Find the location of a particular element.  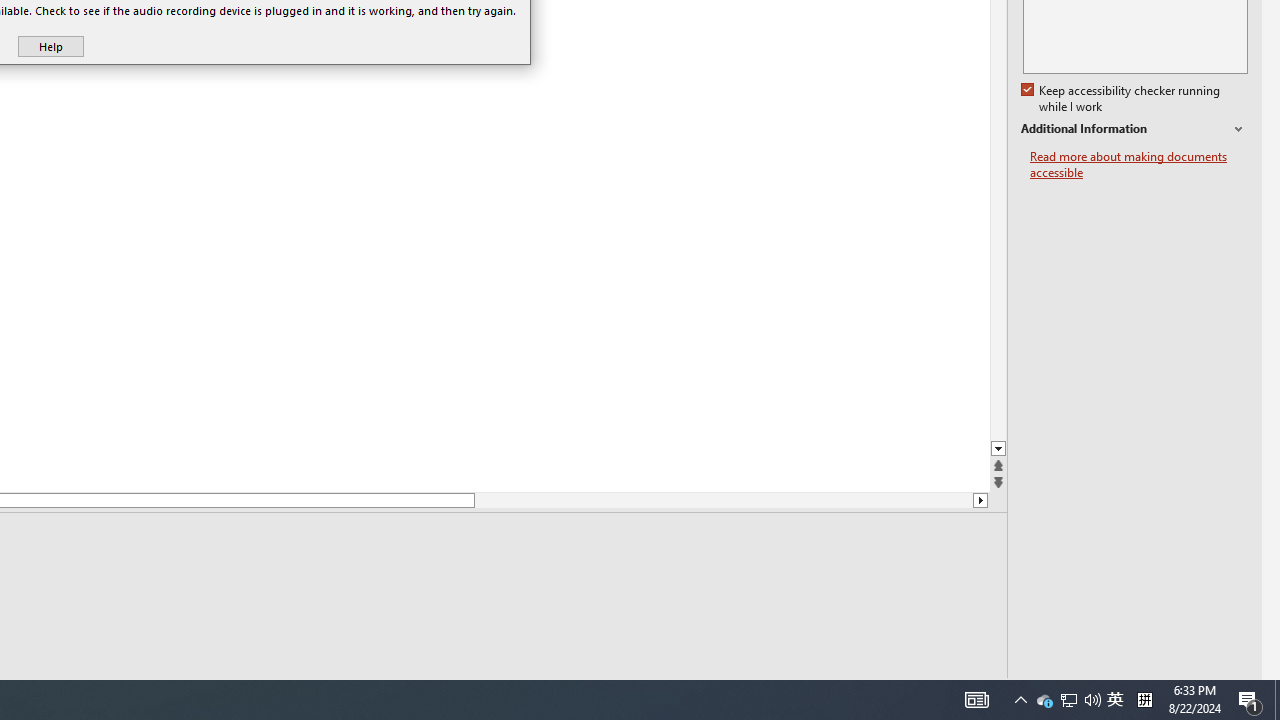

'Additional Information' is located at coordinates (1134, 129).